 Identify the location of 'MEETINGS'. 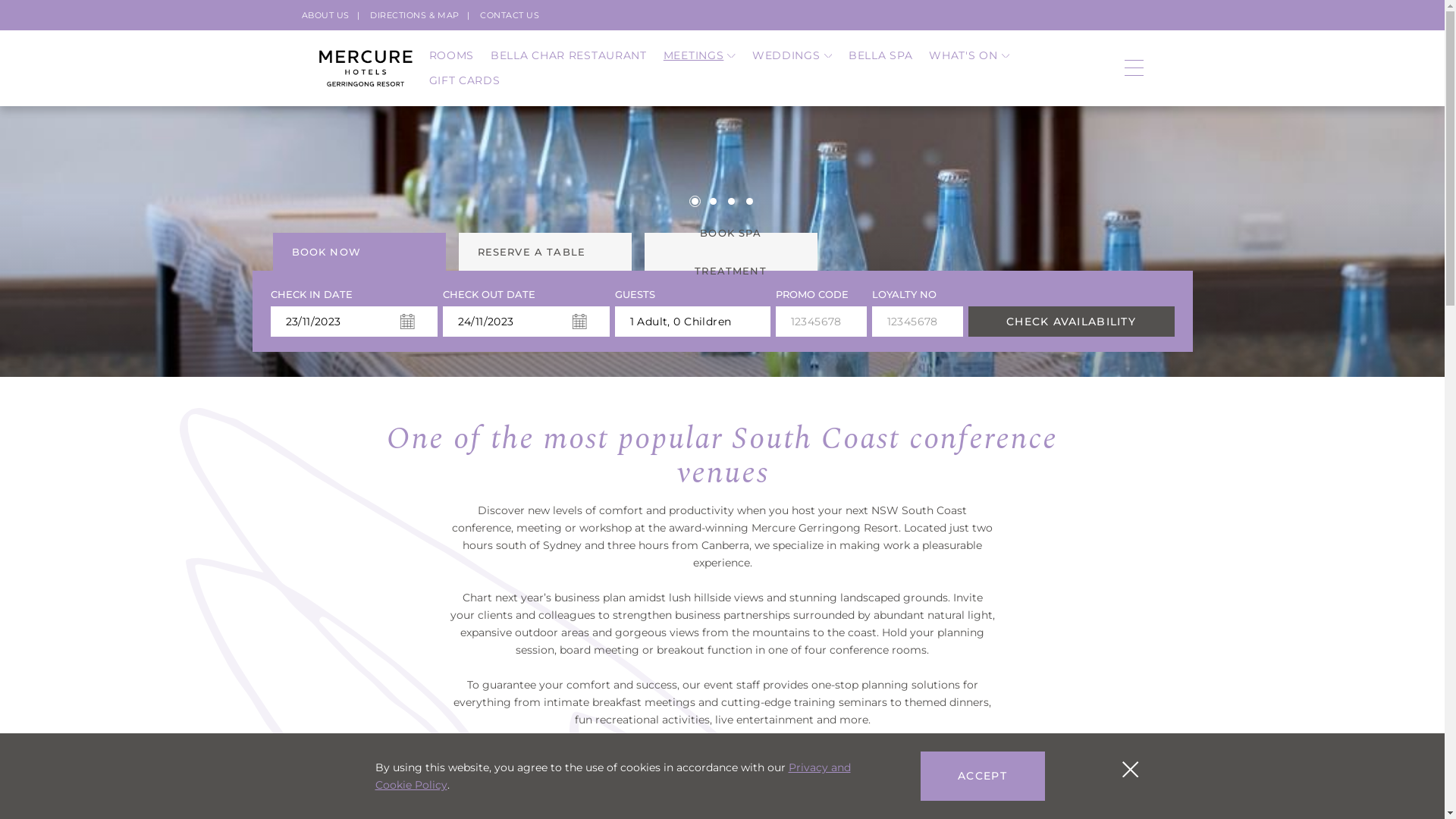
(698, 55).